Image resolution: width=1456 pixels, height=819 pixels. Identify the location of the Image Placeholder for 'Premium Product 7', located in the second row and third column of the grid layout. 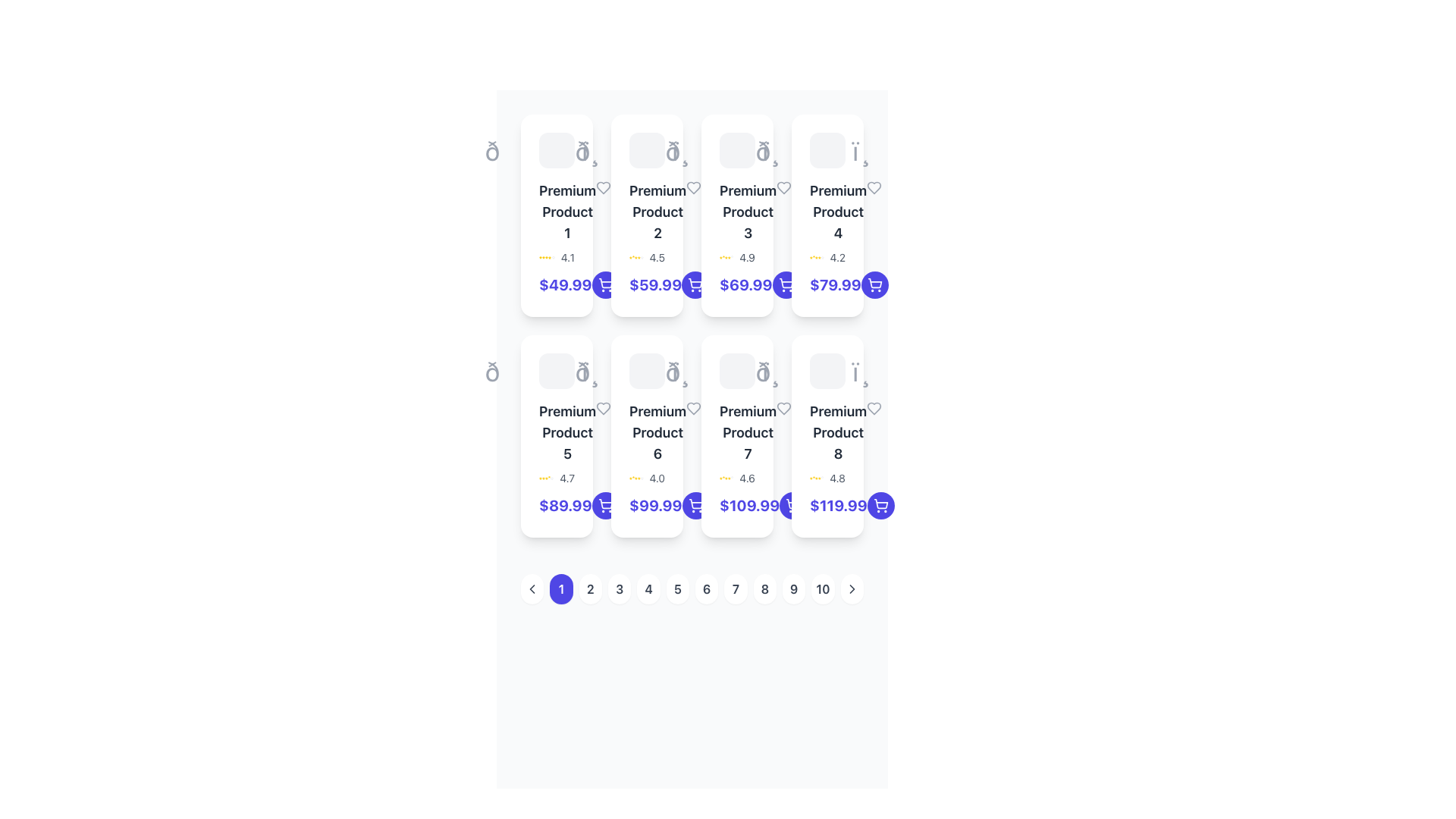
(737, 371).